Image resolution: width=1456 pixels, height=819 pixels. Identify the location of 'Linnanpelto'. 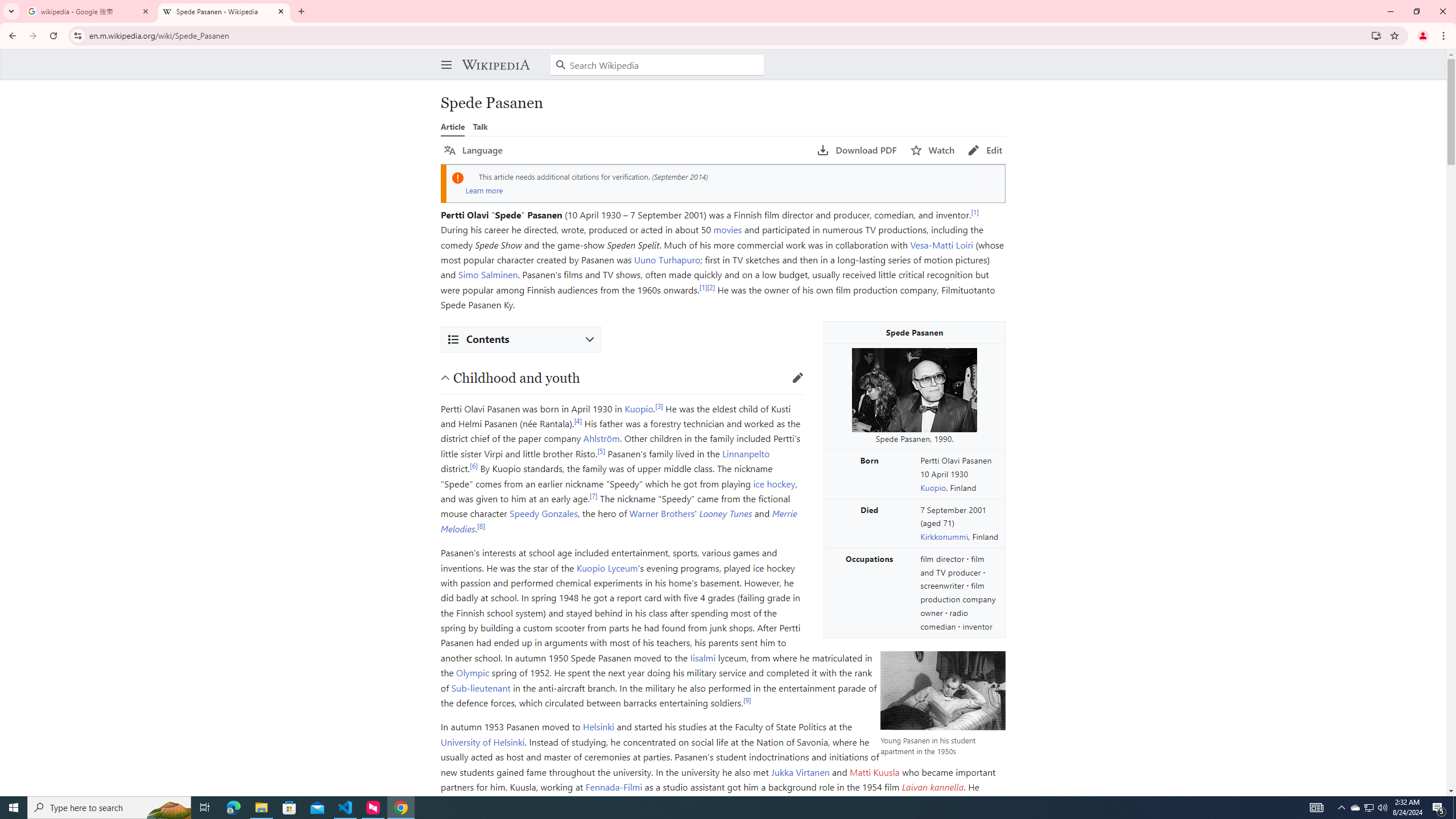
(746, 453).